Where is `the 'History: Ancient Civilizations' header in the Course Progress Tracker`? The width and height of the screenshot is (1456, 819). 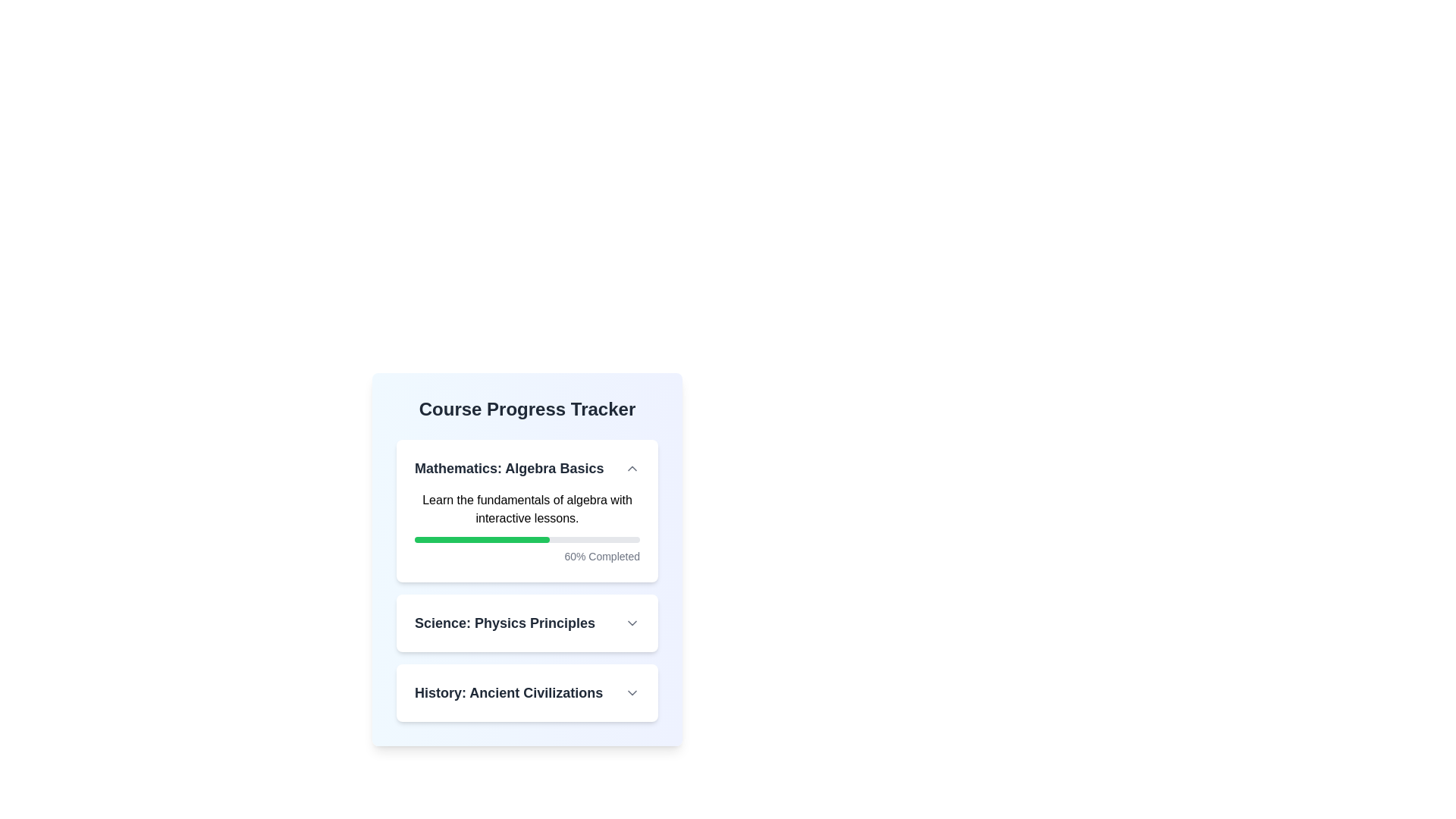
the 'History: Ancient Civilizations' header in the Course Progress Tracker is located at coordinates (527, 693).